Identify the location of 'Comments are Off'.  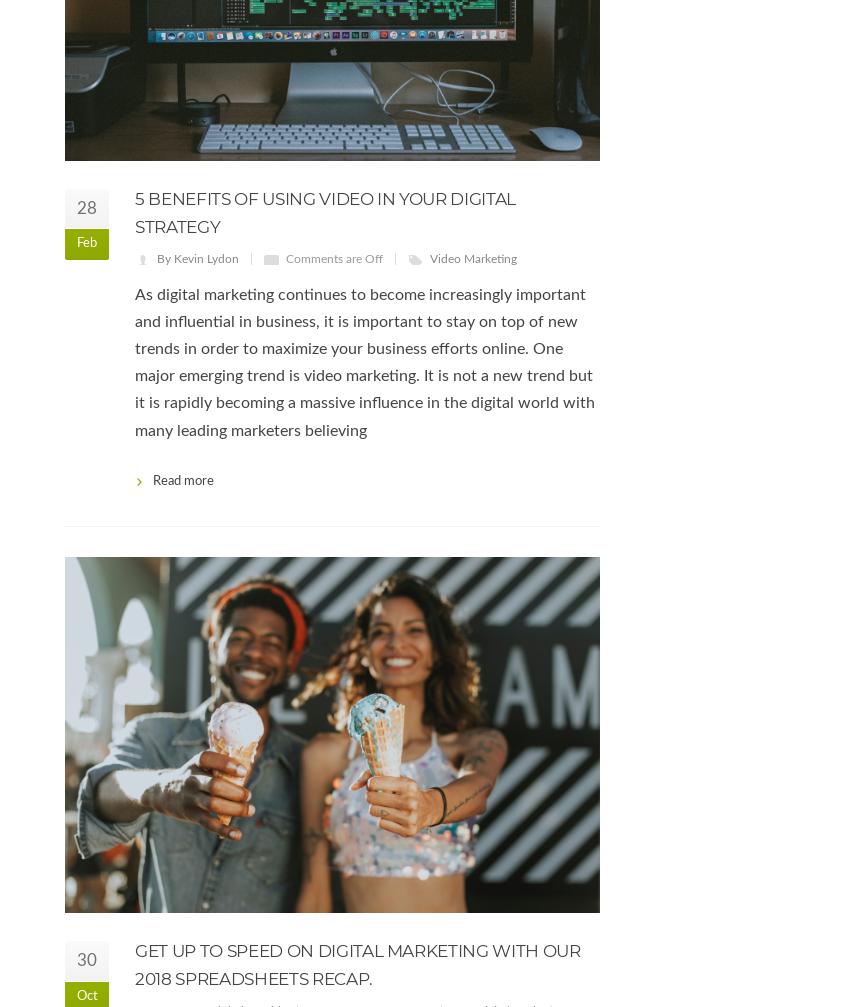
(334, 257).